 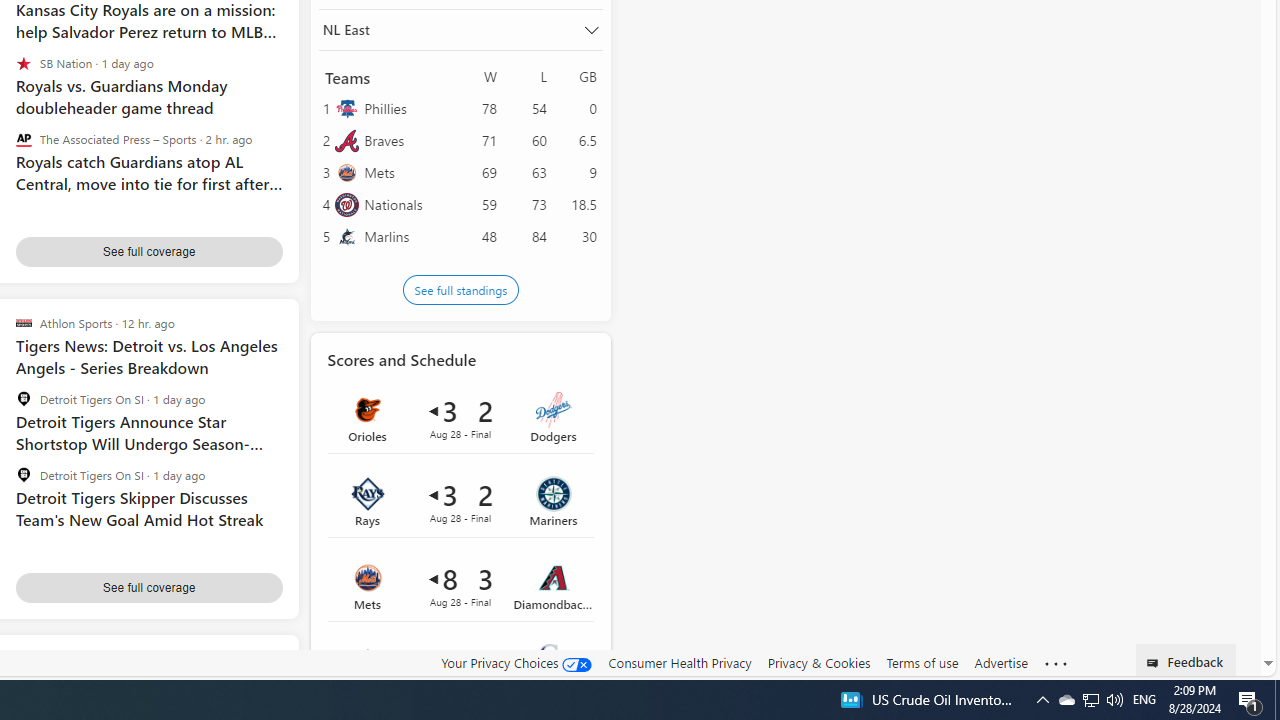 What do you see at coordinates (1055, 663) in the screenshot?
I see `'Class: oneFooter_seeMore-DS-EntryPoint1-1'` at bounding box center [1055, 663].